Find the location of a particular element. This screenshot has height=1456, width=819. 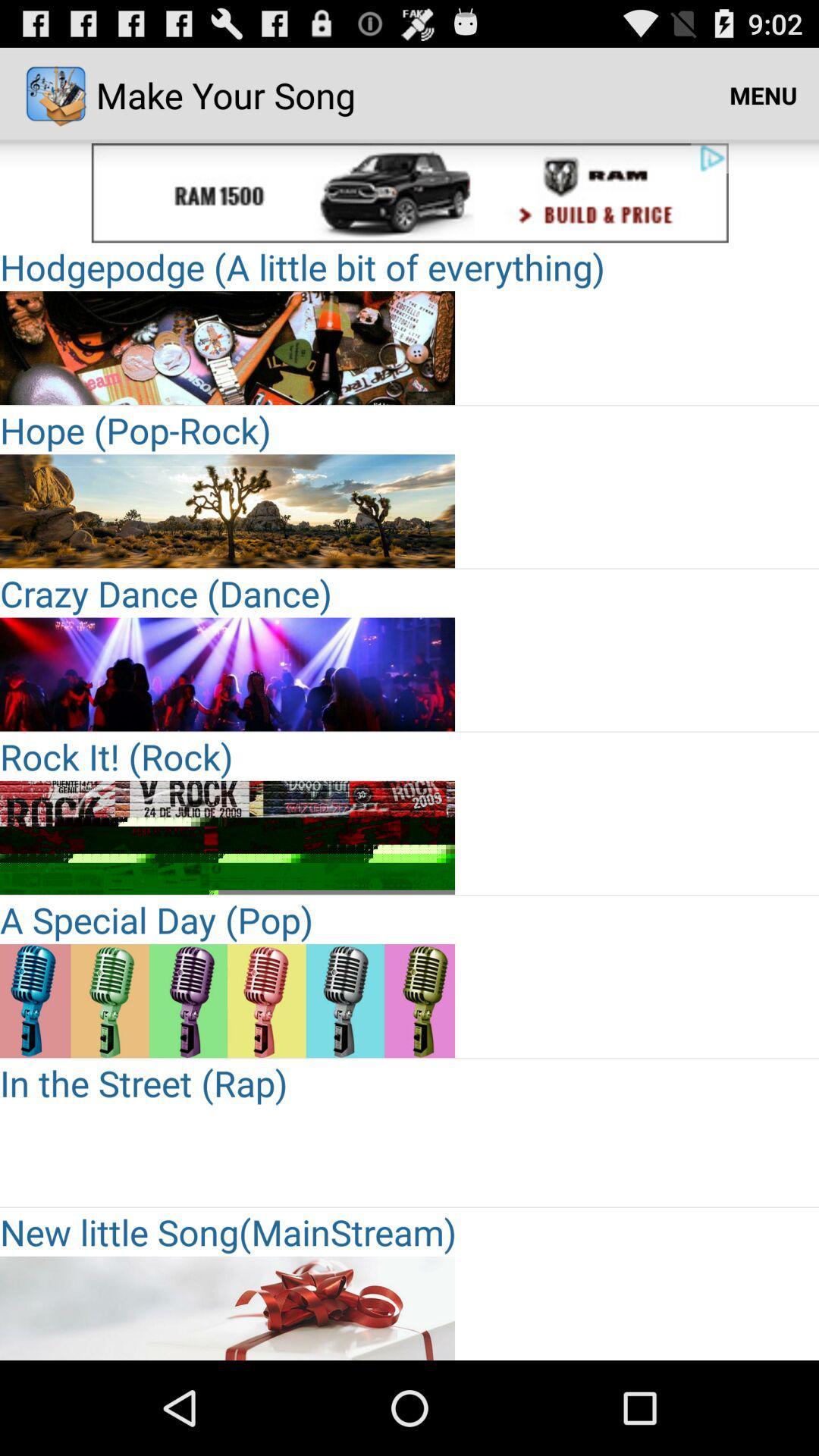

the option is located at coordinates (227, 1001).